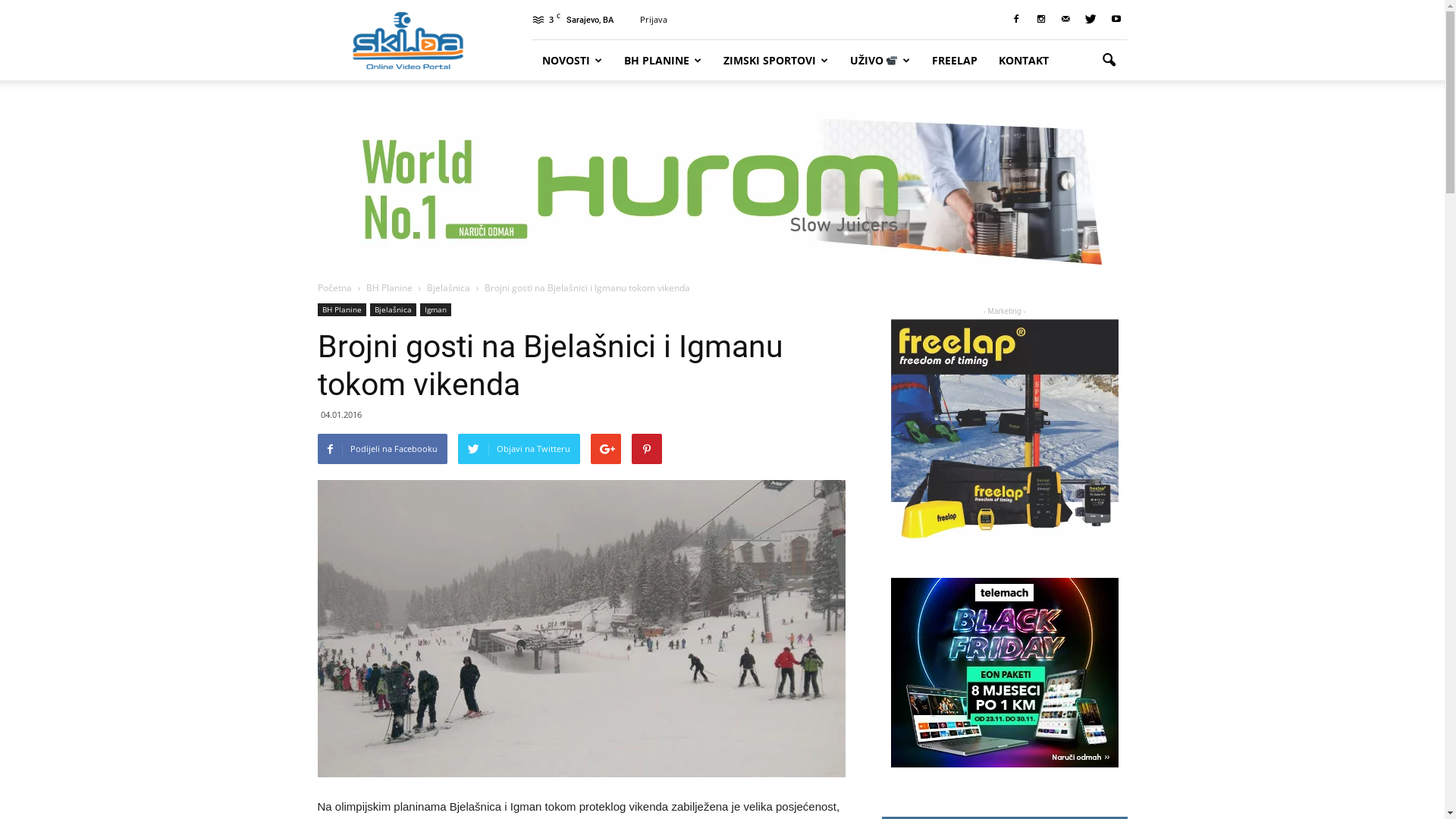 This screenshot has height=819, width=1456. What do you see at coordinates (1015, 20) in the screenshot?
I see `'Facebook'` at bounding box center [1015, 20].